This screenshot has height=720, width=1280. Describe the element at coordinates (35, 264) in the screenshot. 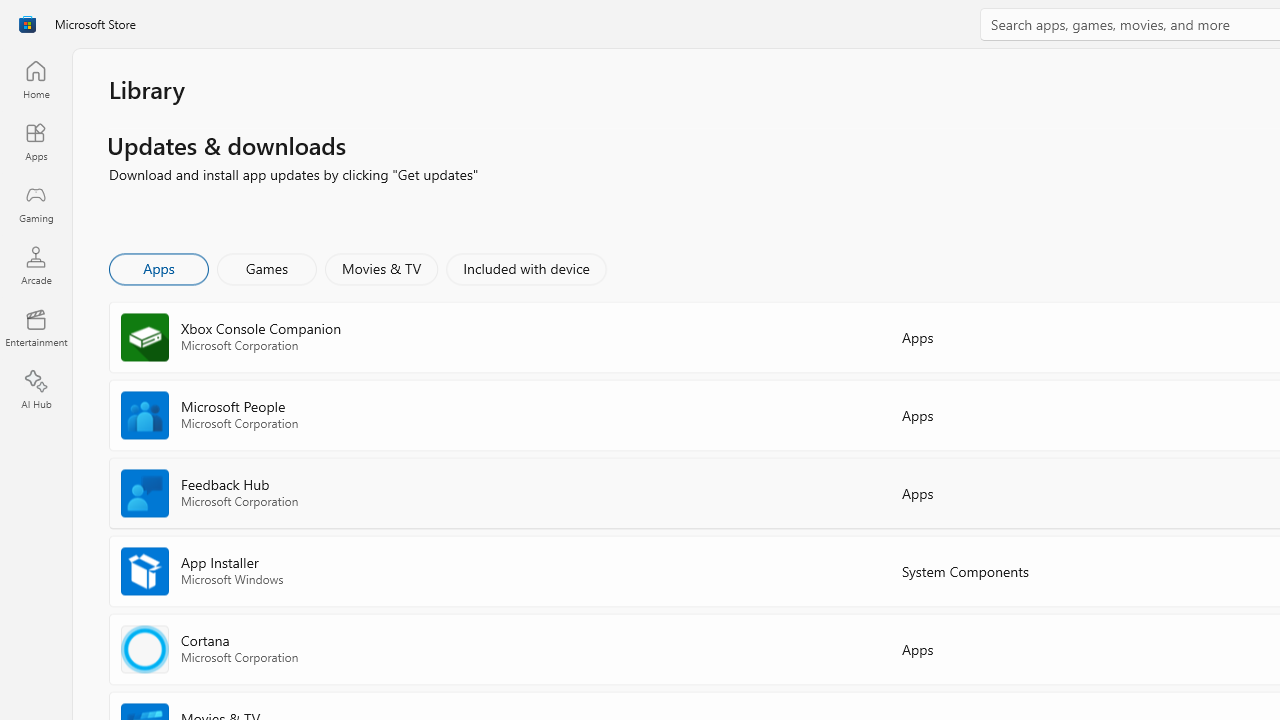

I see `'Arcade'` at that location.